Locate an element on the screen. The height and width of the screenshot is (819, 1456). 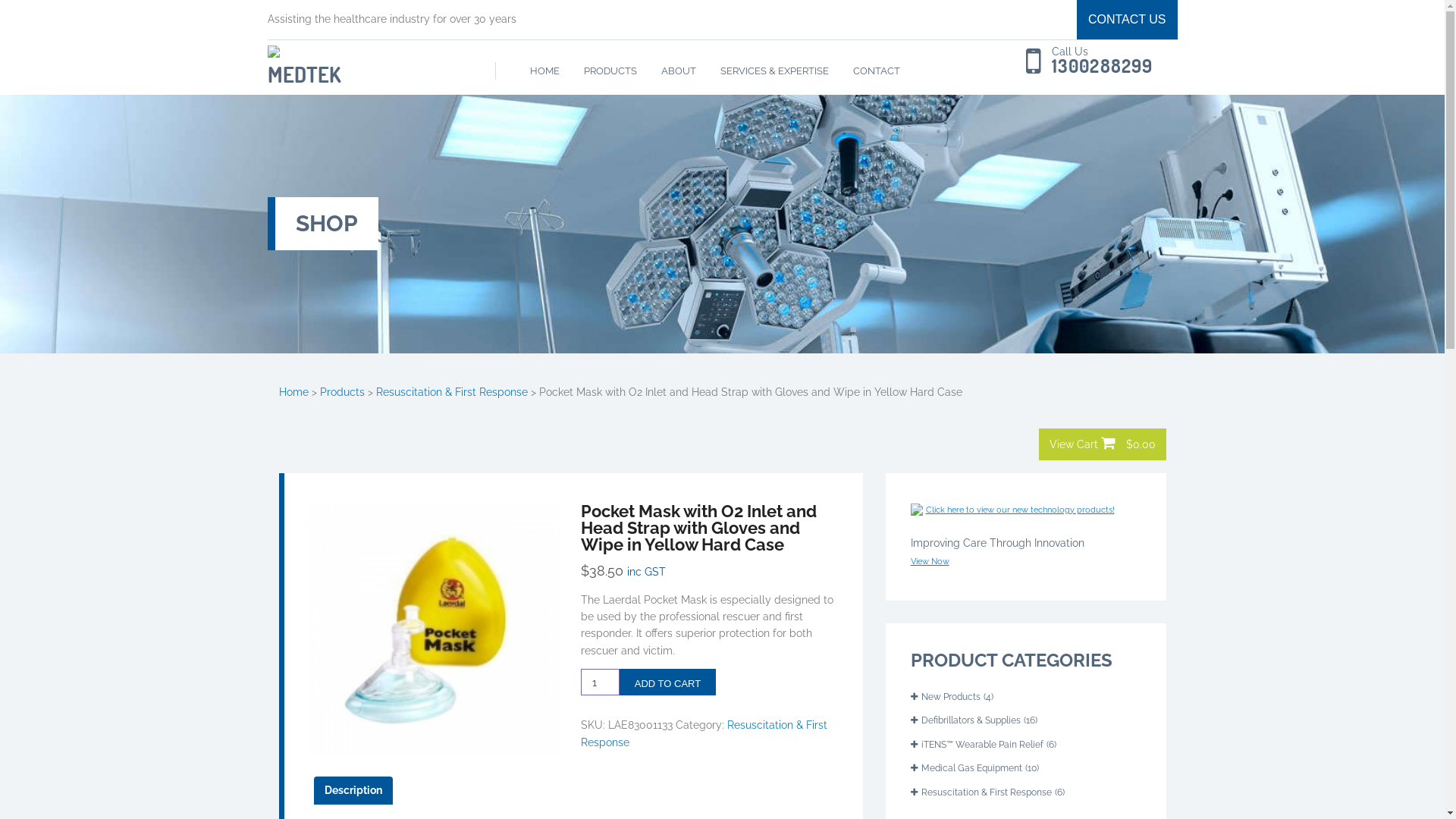
'PRODUCTS' is located at coordinates (610, 71).